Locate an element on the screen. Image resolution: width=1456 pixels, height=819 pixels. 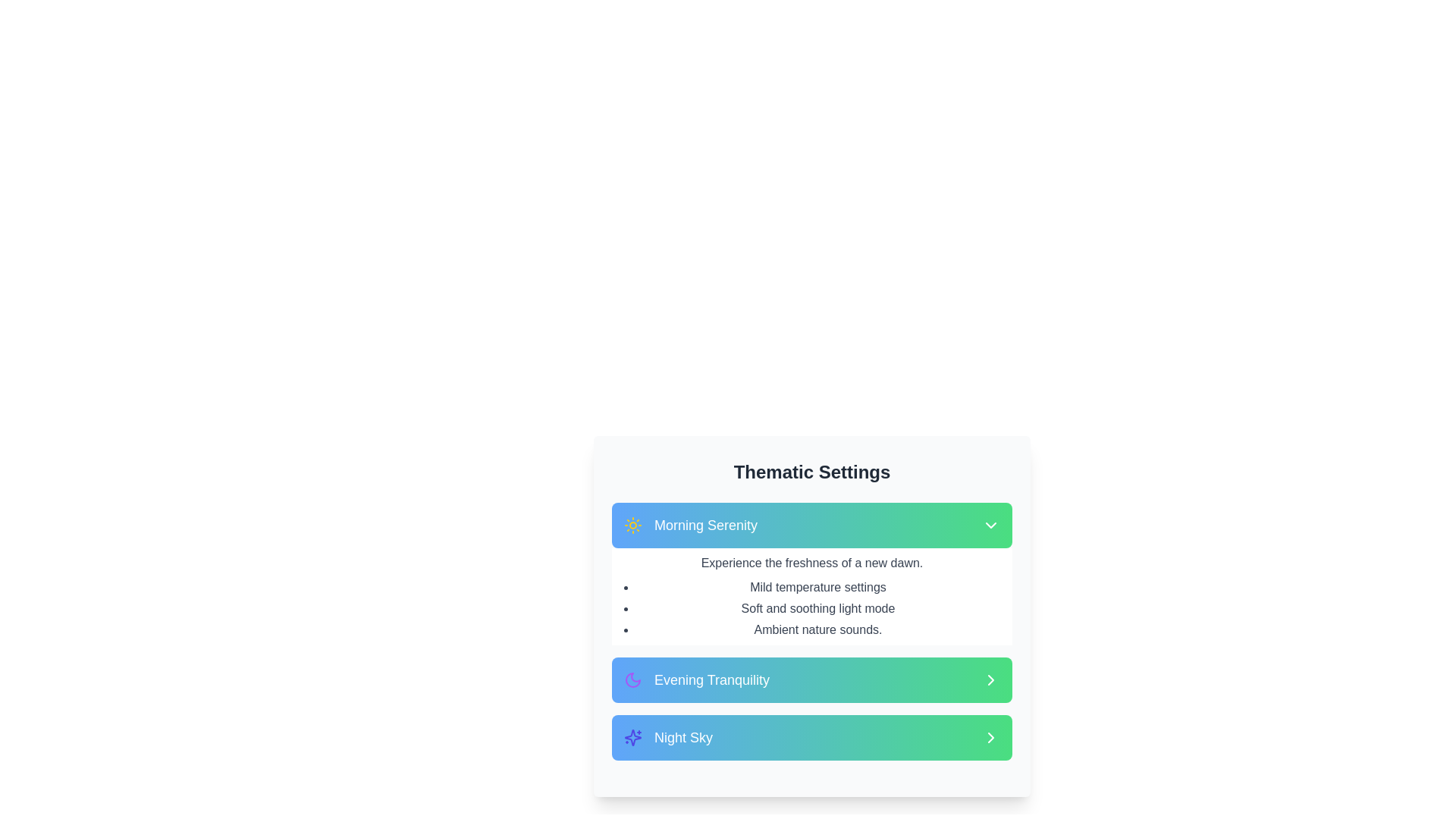
the sparkles icon styled in purple, located to the left of the 'Night Sky' text, to note its decorative purpose is located at coordinates (633, 736).